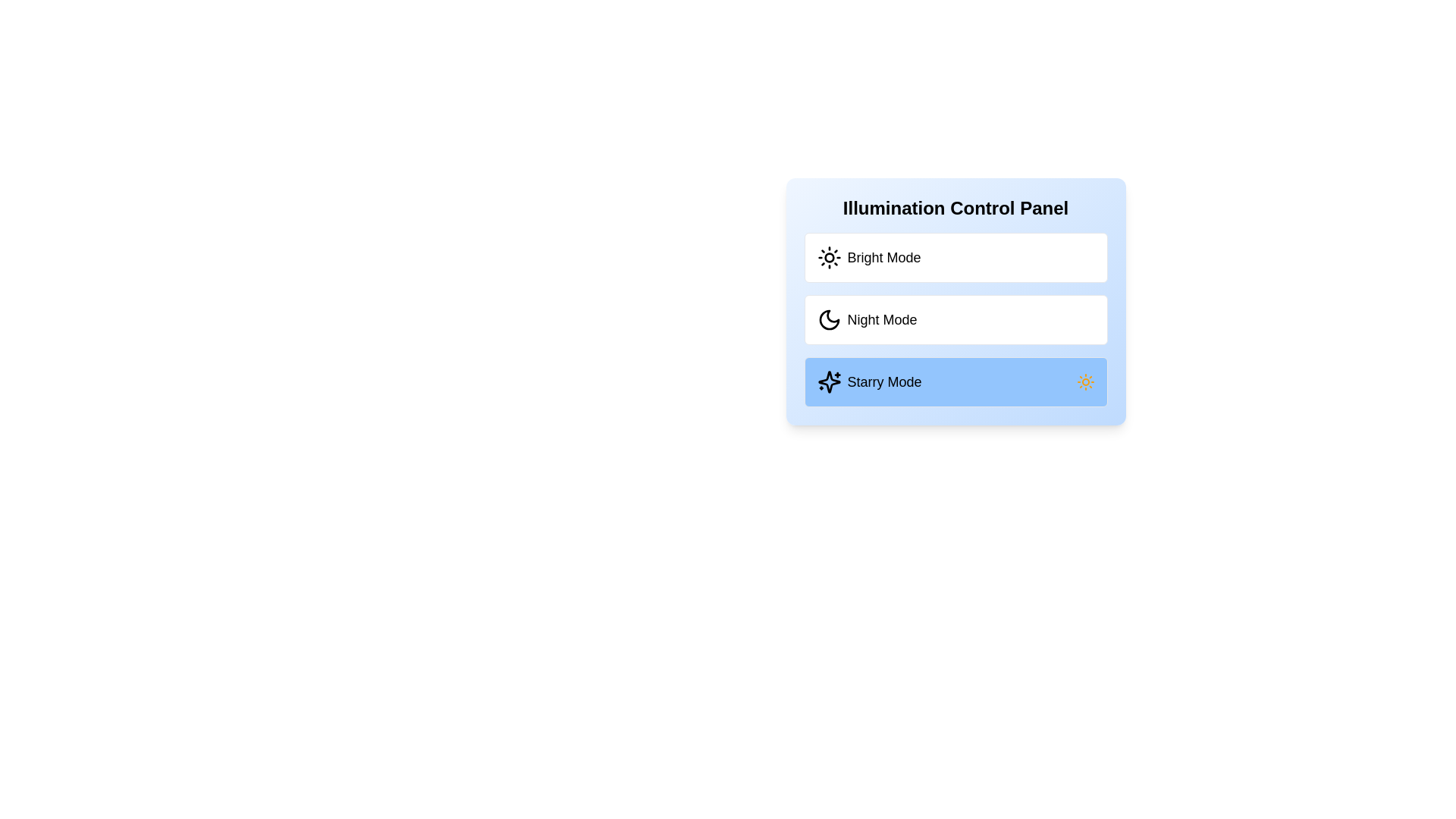 The height and width of the screenshot is (819, 1456). Describe the element at coordinates (1084, 381) in the screenshot. I see `the active mode indicator to interact with it` at that location.